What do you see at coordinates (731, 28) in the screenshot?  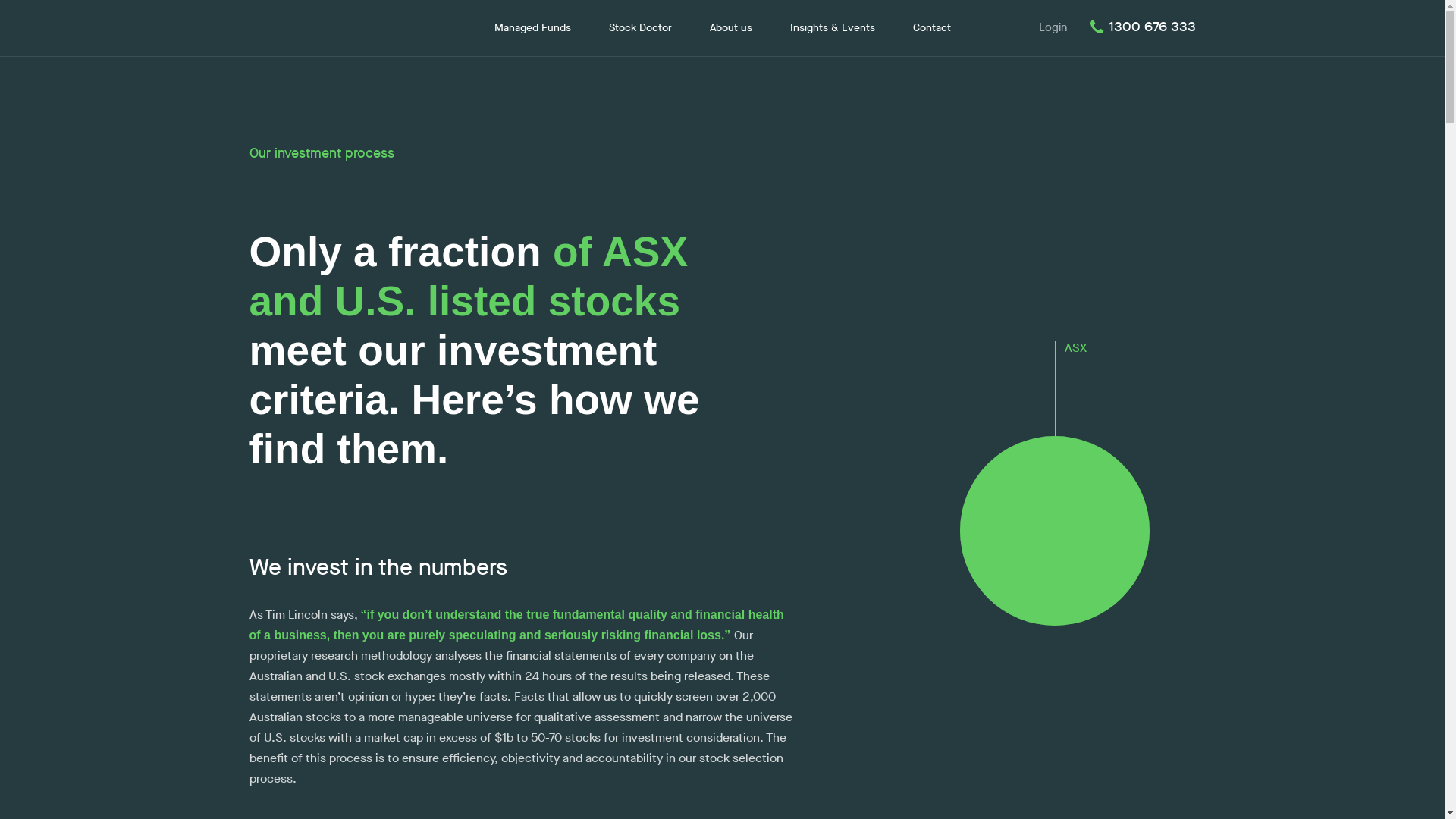 I see `'About us'` at bounding box center [731, 28].